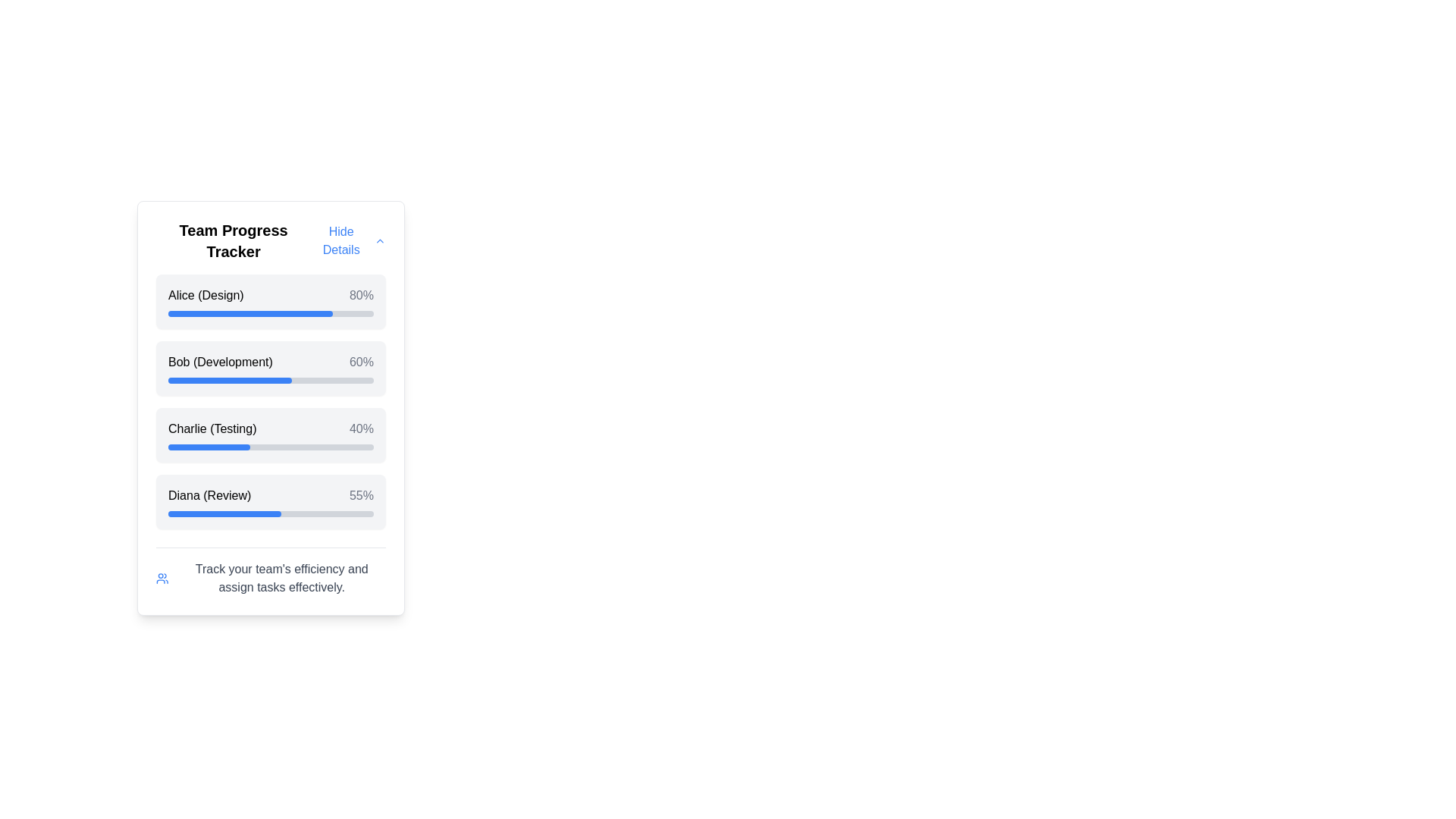 Image resolution: width=1456 pixels, height=819 pixels. I want to click on the toggle button in the top-right corner of the 'Team Progress Tracker' card, so click(347, 240).